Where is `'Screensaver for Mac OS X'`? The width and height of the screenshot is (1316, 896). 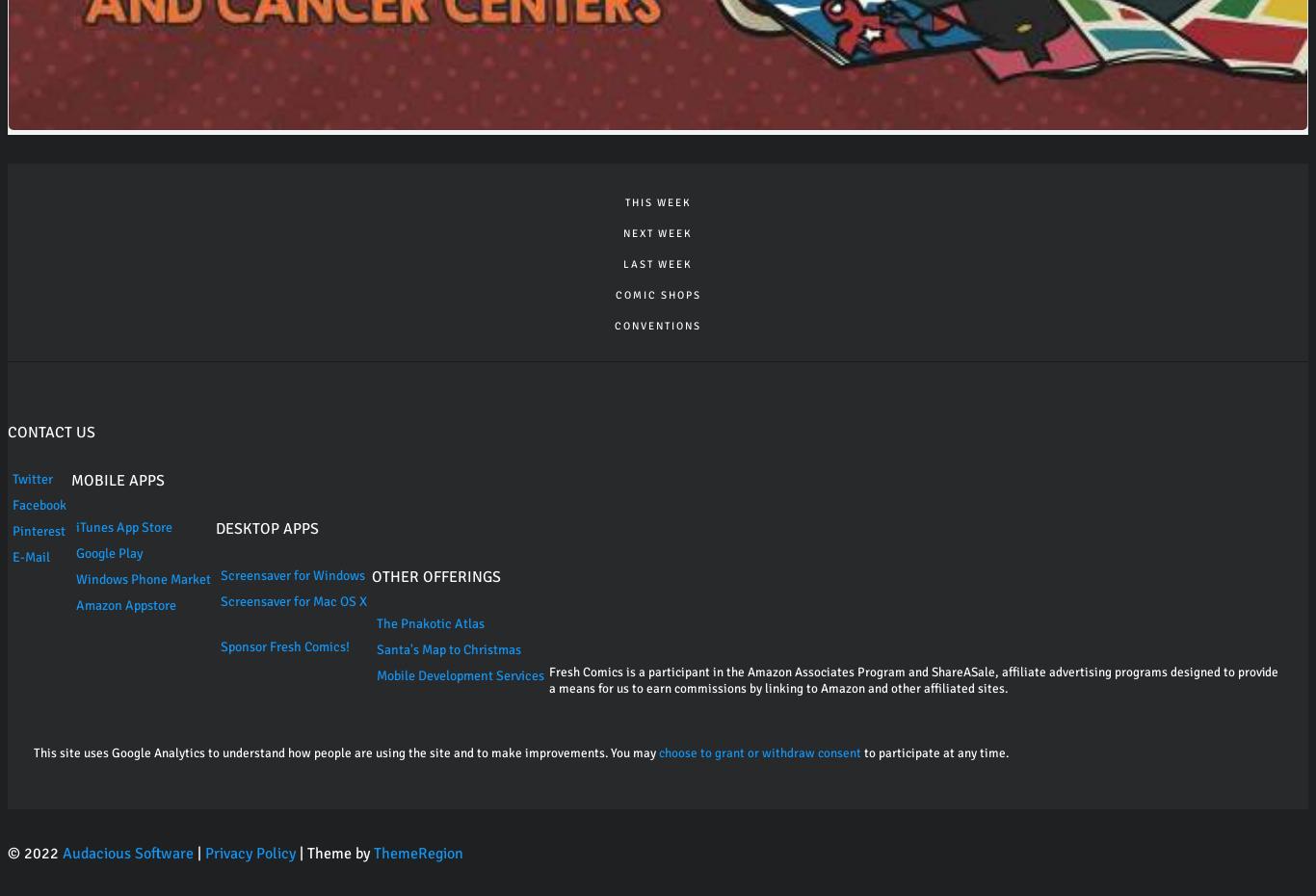 'Screensaver for Mac OS X' is located at coordinates (294, 599).